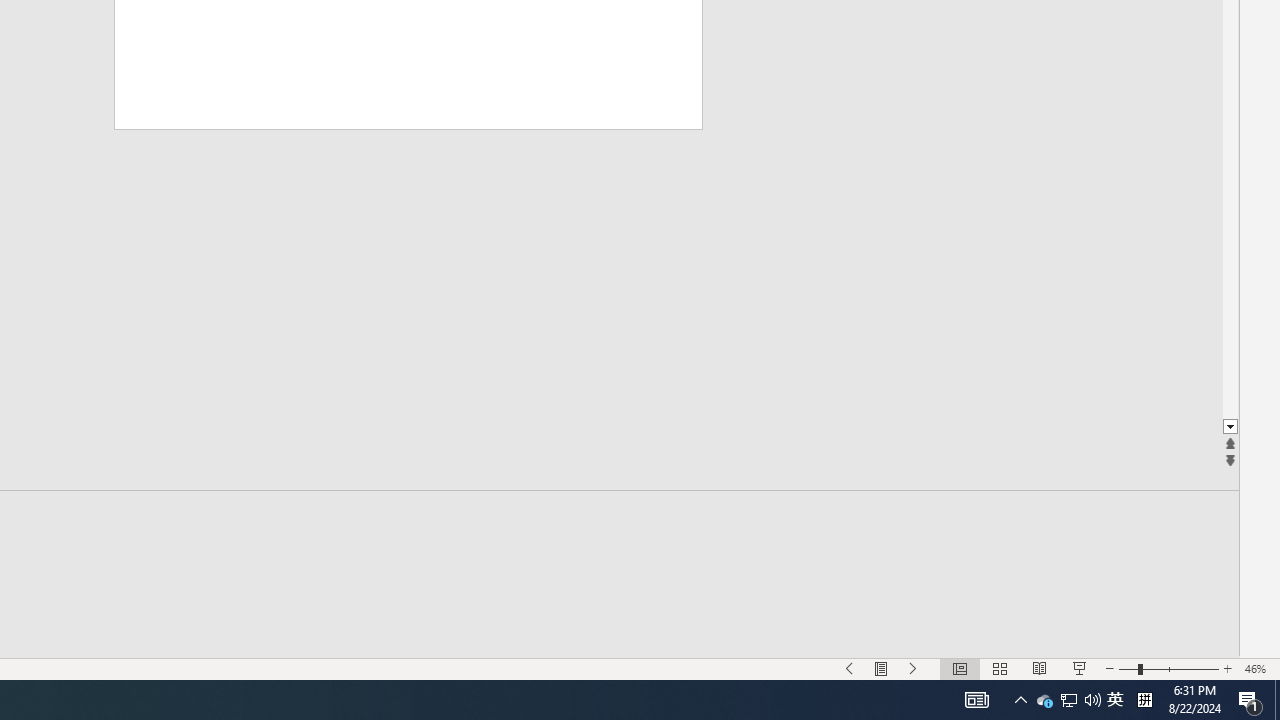  I want to click on 'User Promoted Notification Area', so click(1067, 698).